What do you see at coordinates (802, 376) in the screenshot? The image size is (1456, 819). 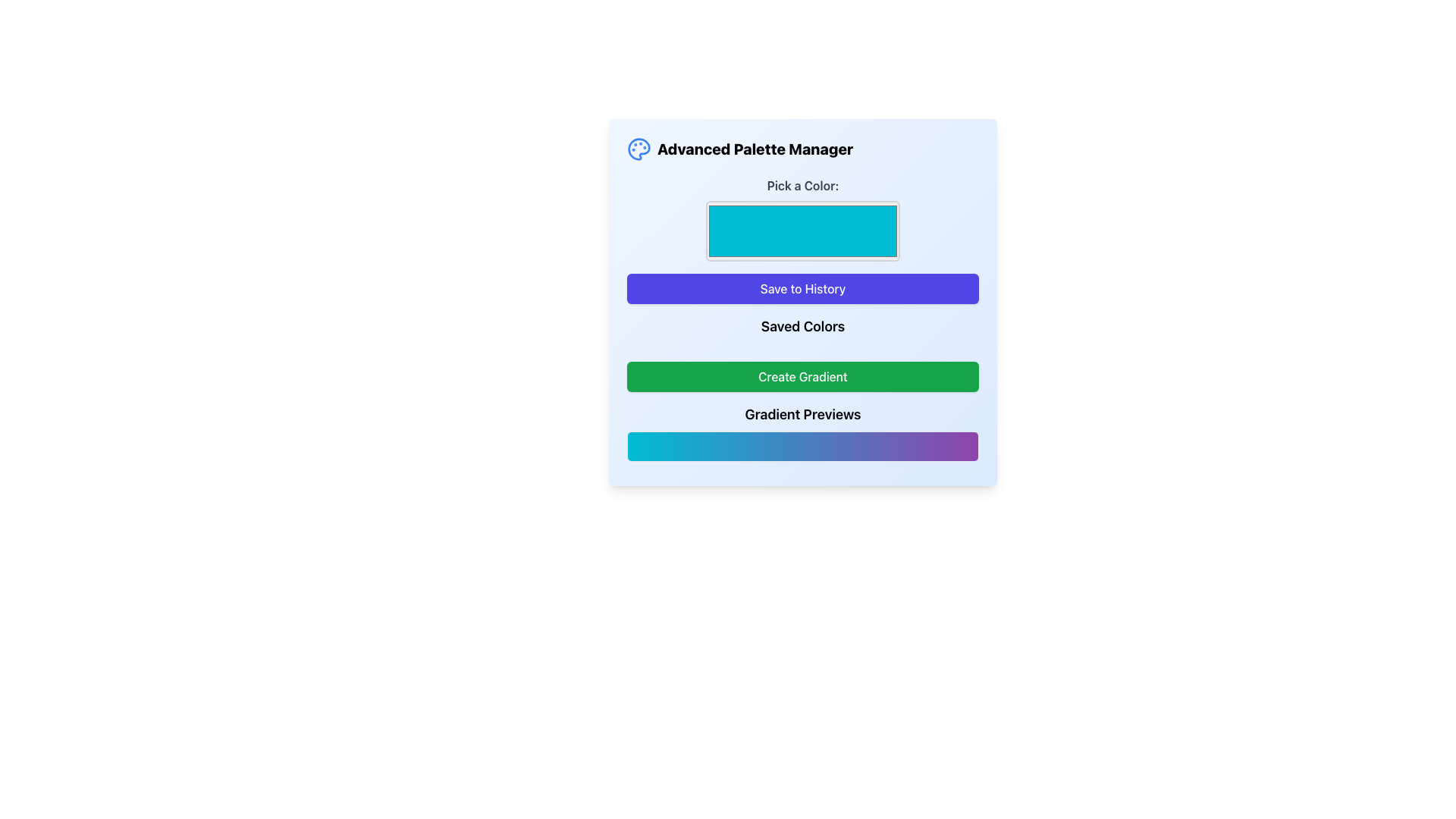 I see `the button in the 'Advanced Palette Manager' interface that triggers the creation of a gradient, located below the 'Save to History' button and above the 'Gradient Previews' section` at bounding box center [802, 376].